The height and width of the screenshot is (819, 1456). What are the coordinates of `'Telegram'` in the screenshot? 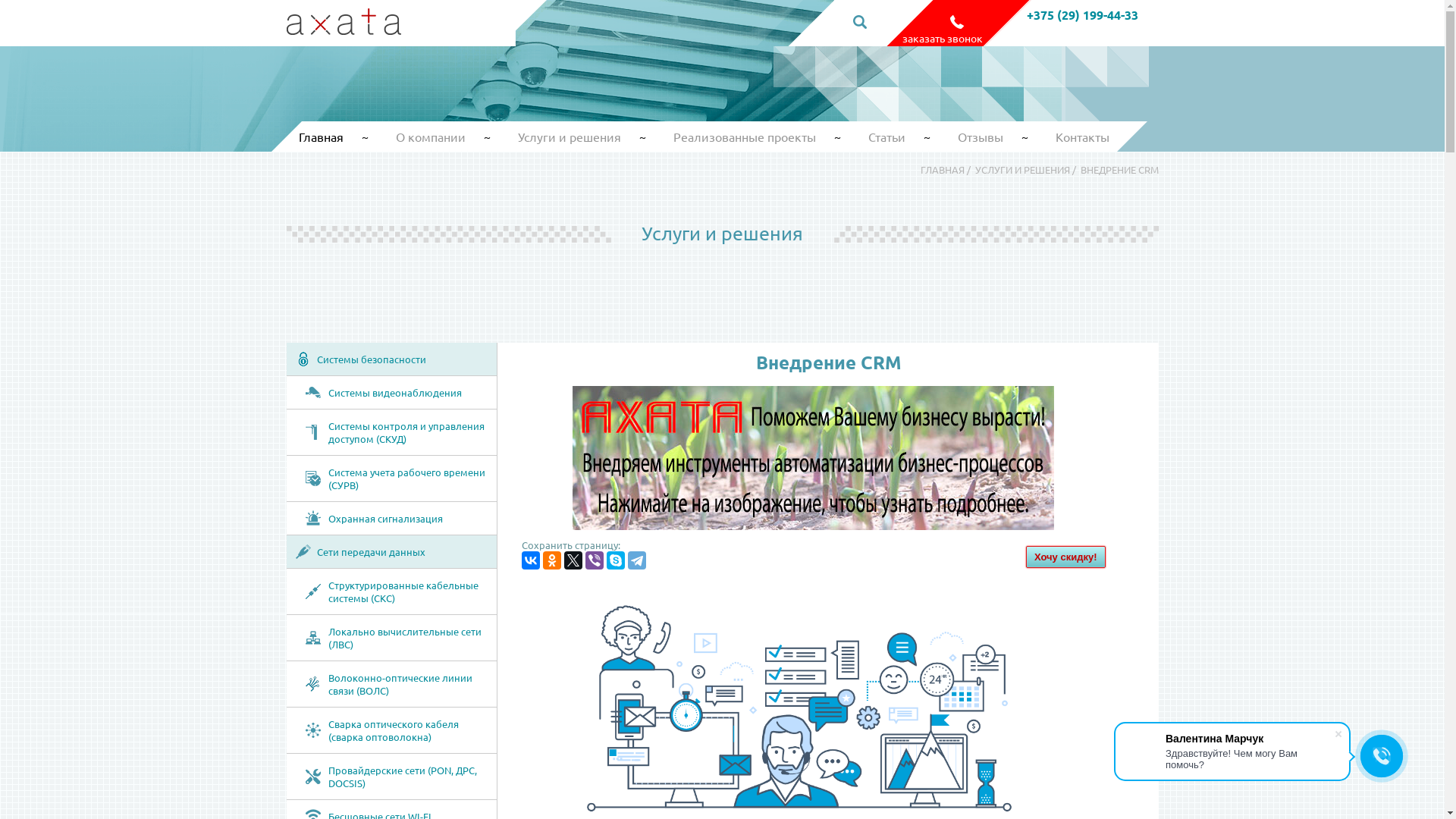 It's located at (637, 560).